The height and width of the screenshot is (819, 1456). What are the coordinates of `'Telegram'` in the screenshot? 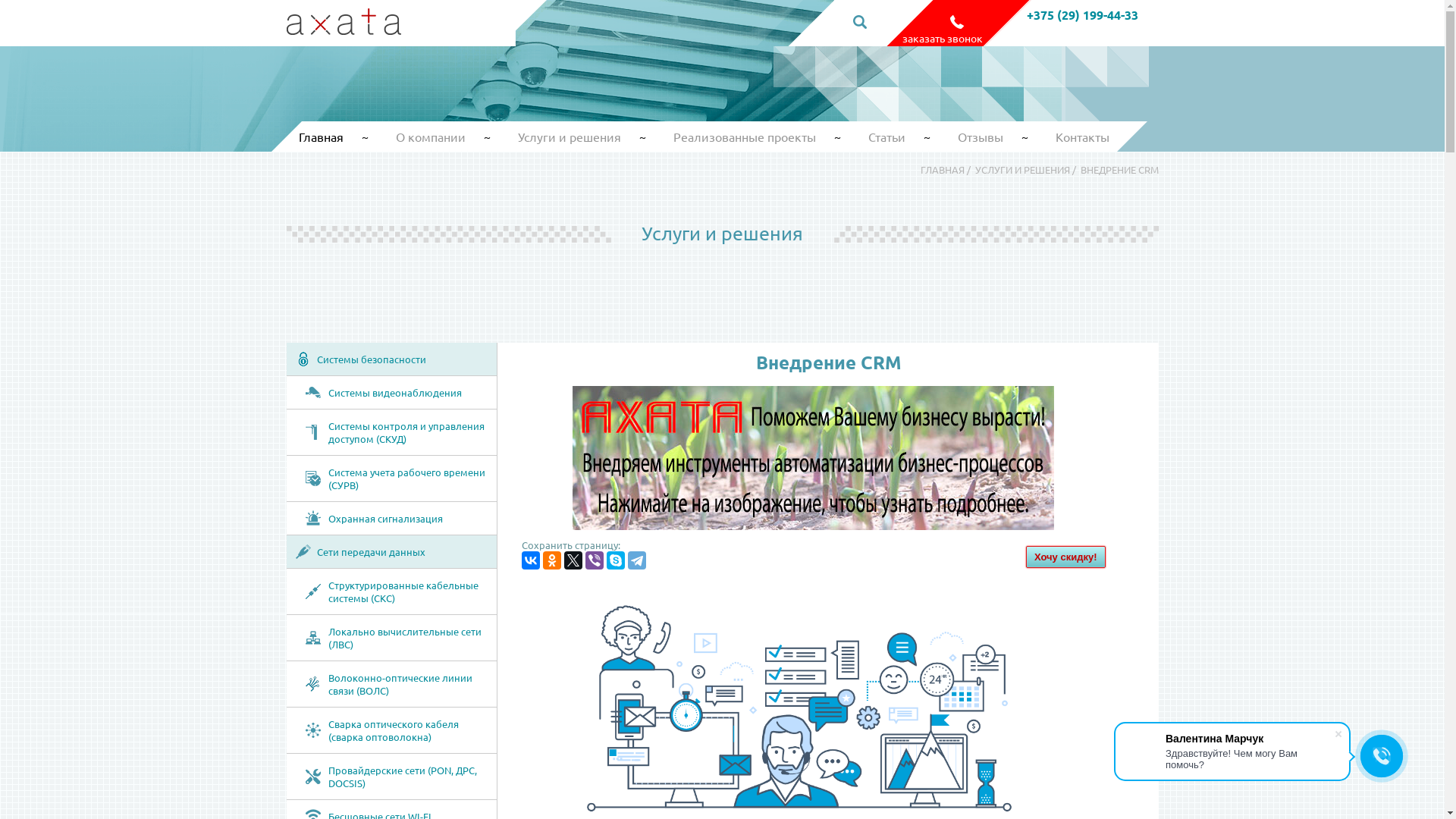 It's located at (637, 560).